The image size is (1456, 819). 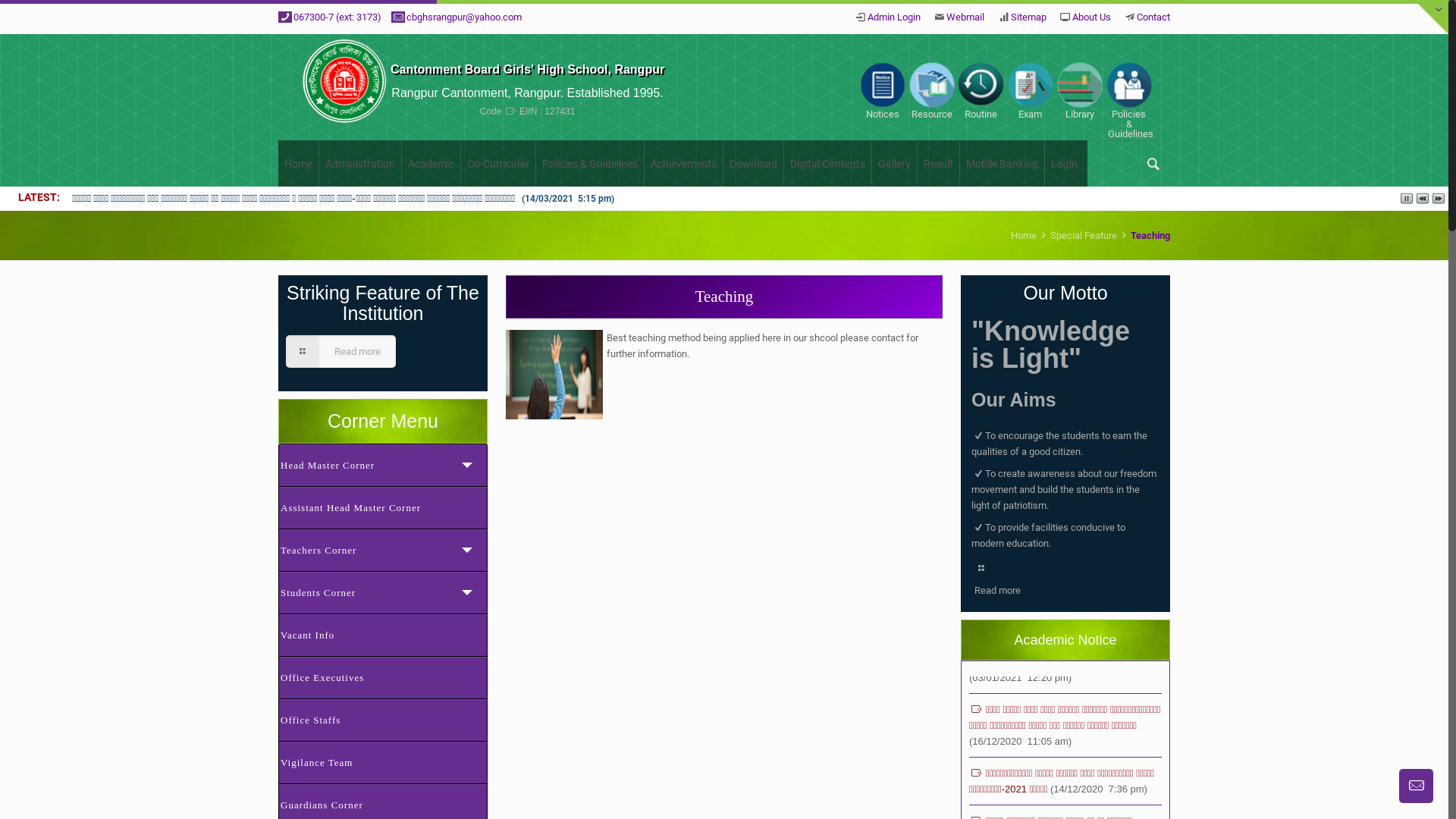 I want to click on 'Special Feature', so click(x=1083, y=235).